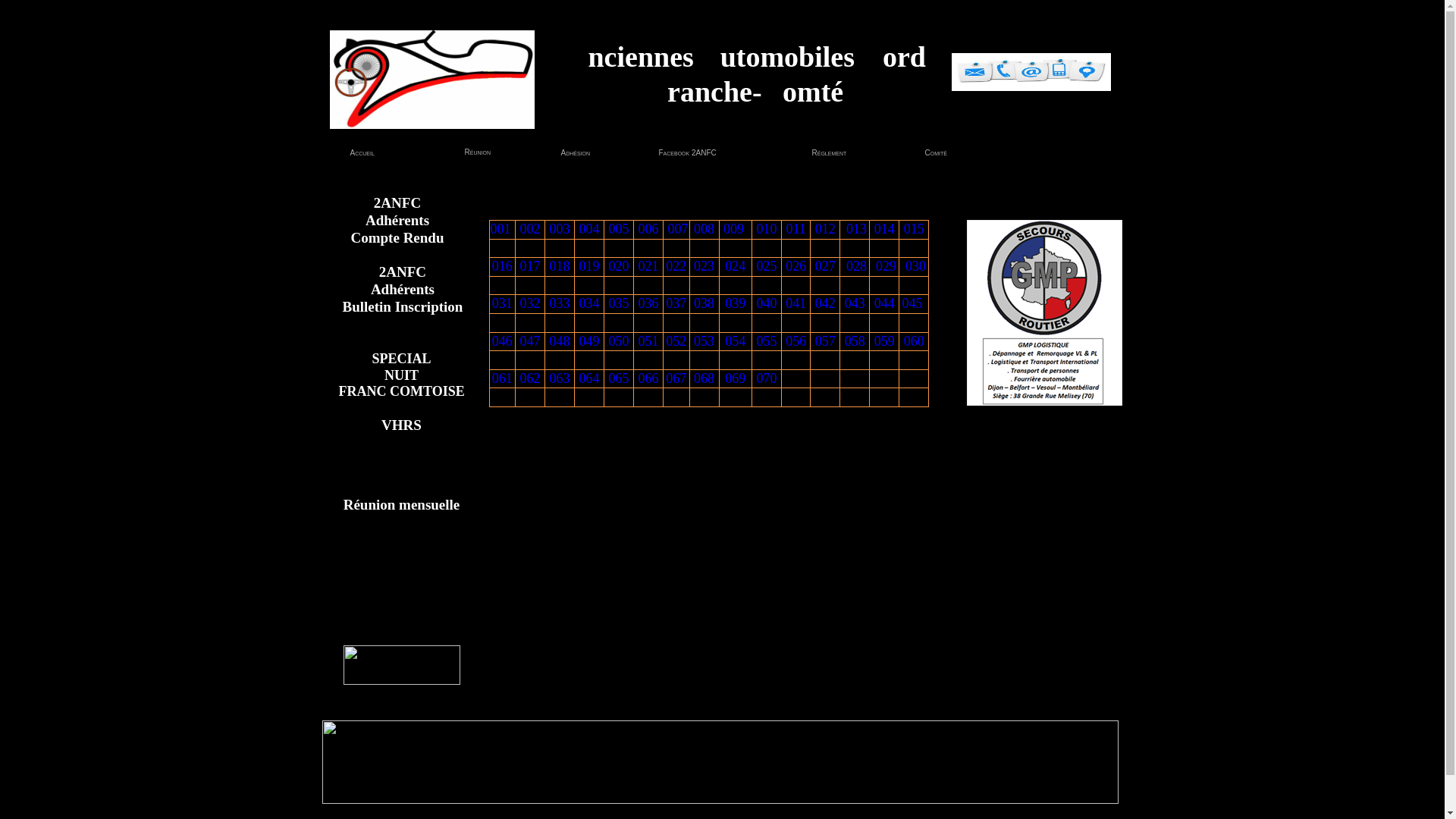 This screenshot has width=1456, height=819. I want to click on ' 011 ', so click(795, 228).